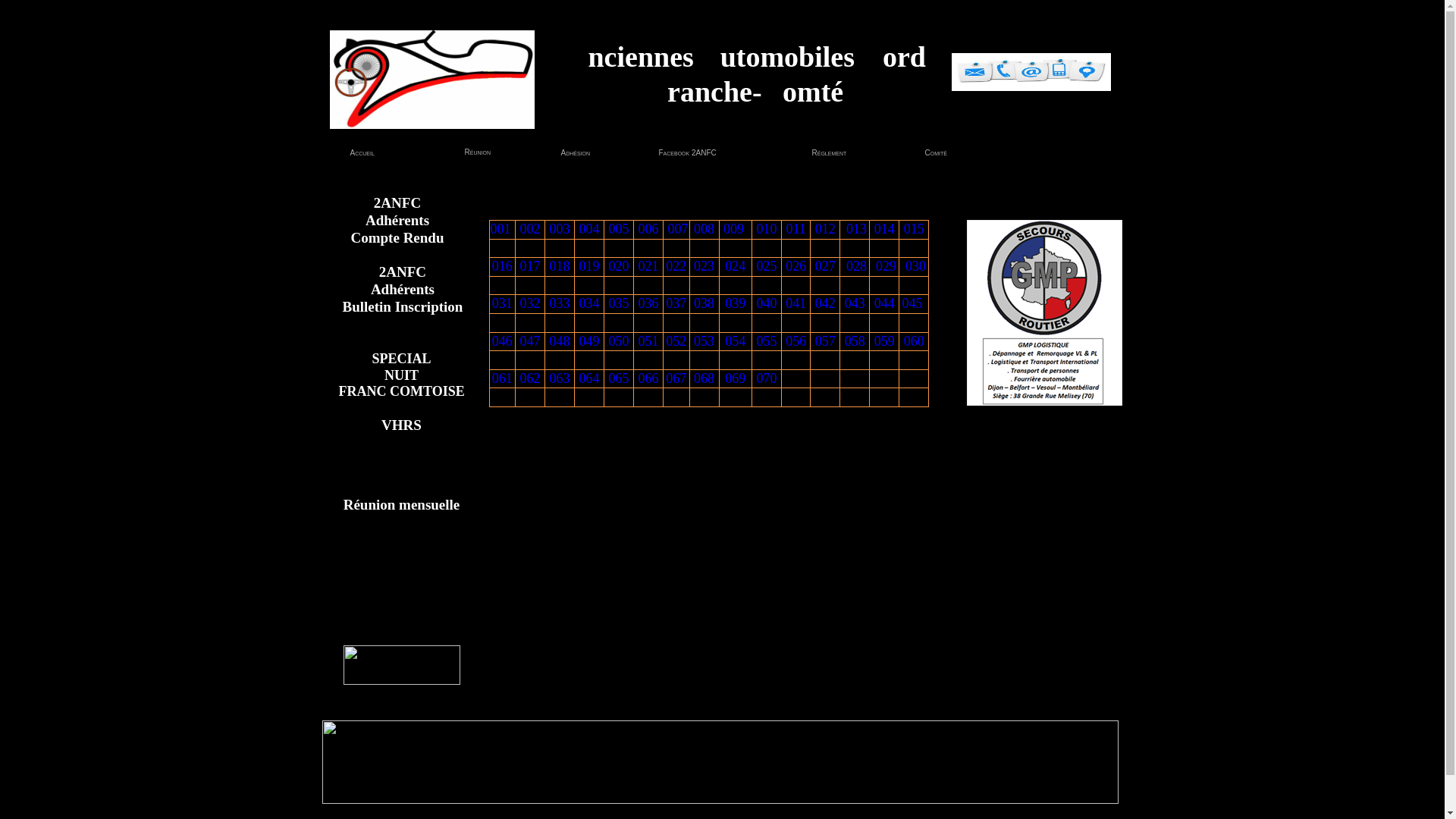 This screenshot has width=1456, height=819. I want to click on ' 011 ', so click(795, 228).